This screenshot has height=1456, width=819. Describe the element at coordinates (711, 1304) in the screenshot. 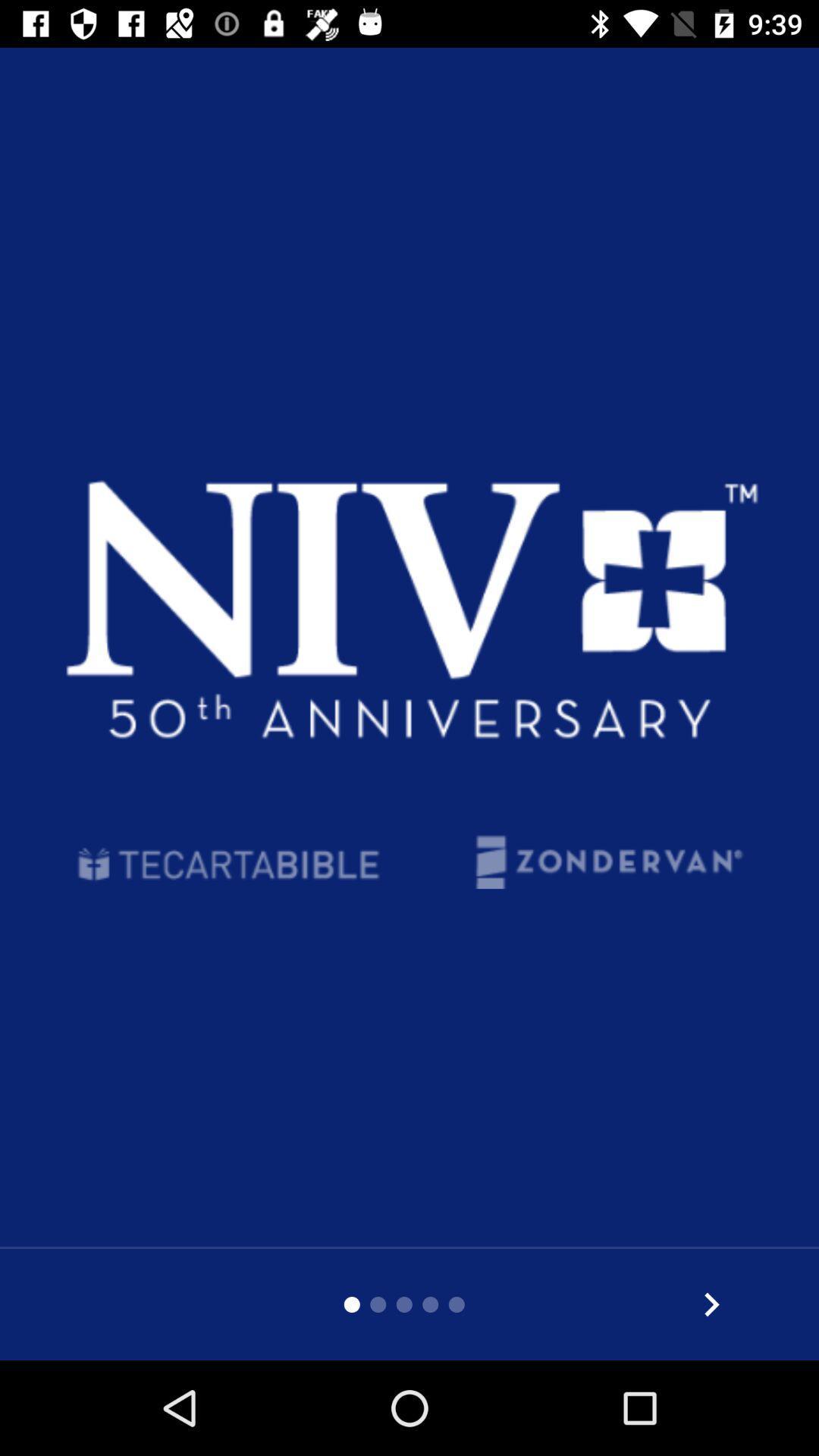

I see `go forward` at that location.